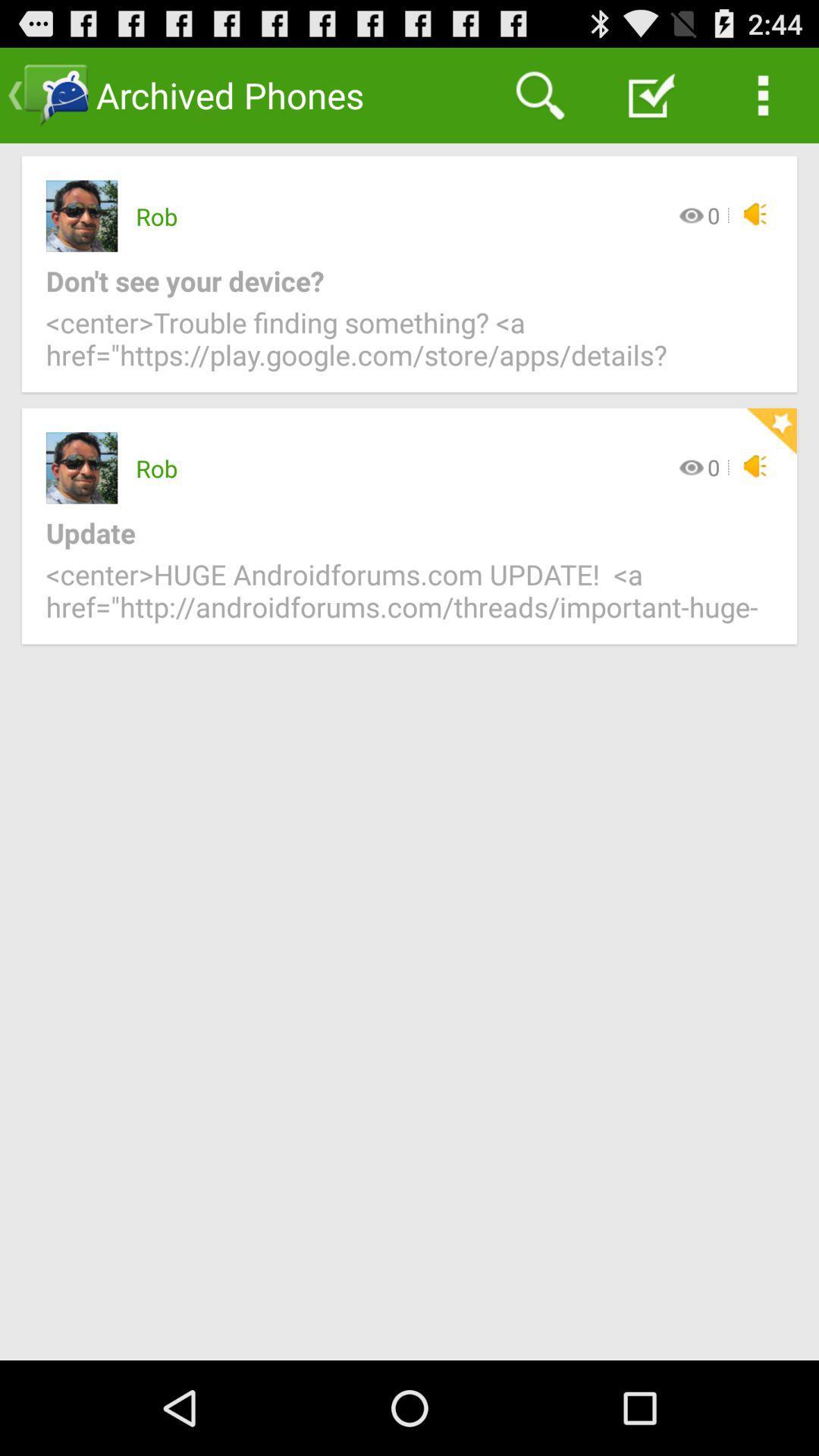  Describe the element at coordinates (397, 281) in the screenshot. I see `the icon above center trouble finding icon` at that location.